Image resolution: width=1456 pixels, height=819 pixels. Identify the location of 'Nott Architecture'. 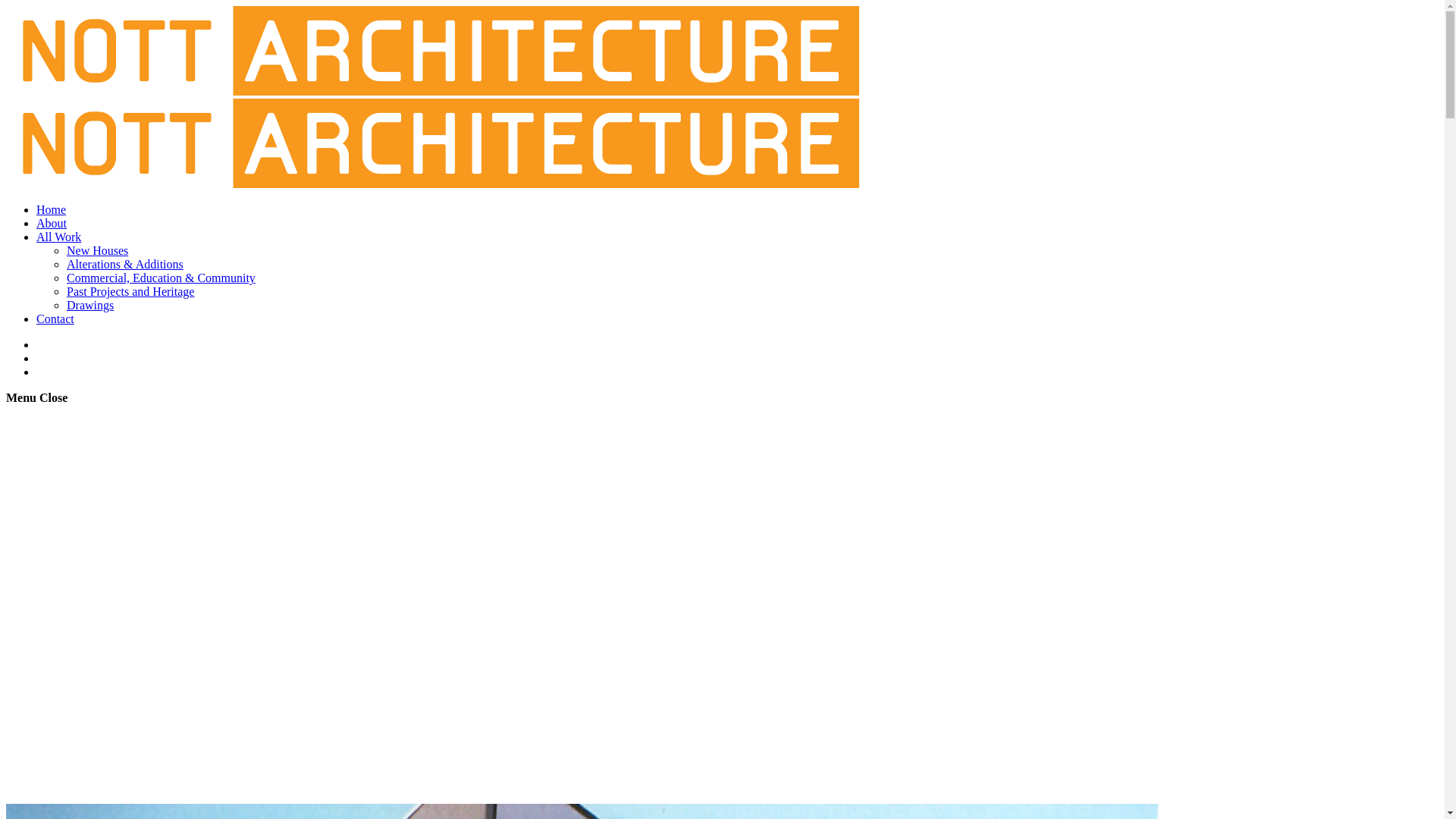
(431, 137).